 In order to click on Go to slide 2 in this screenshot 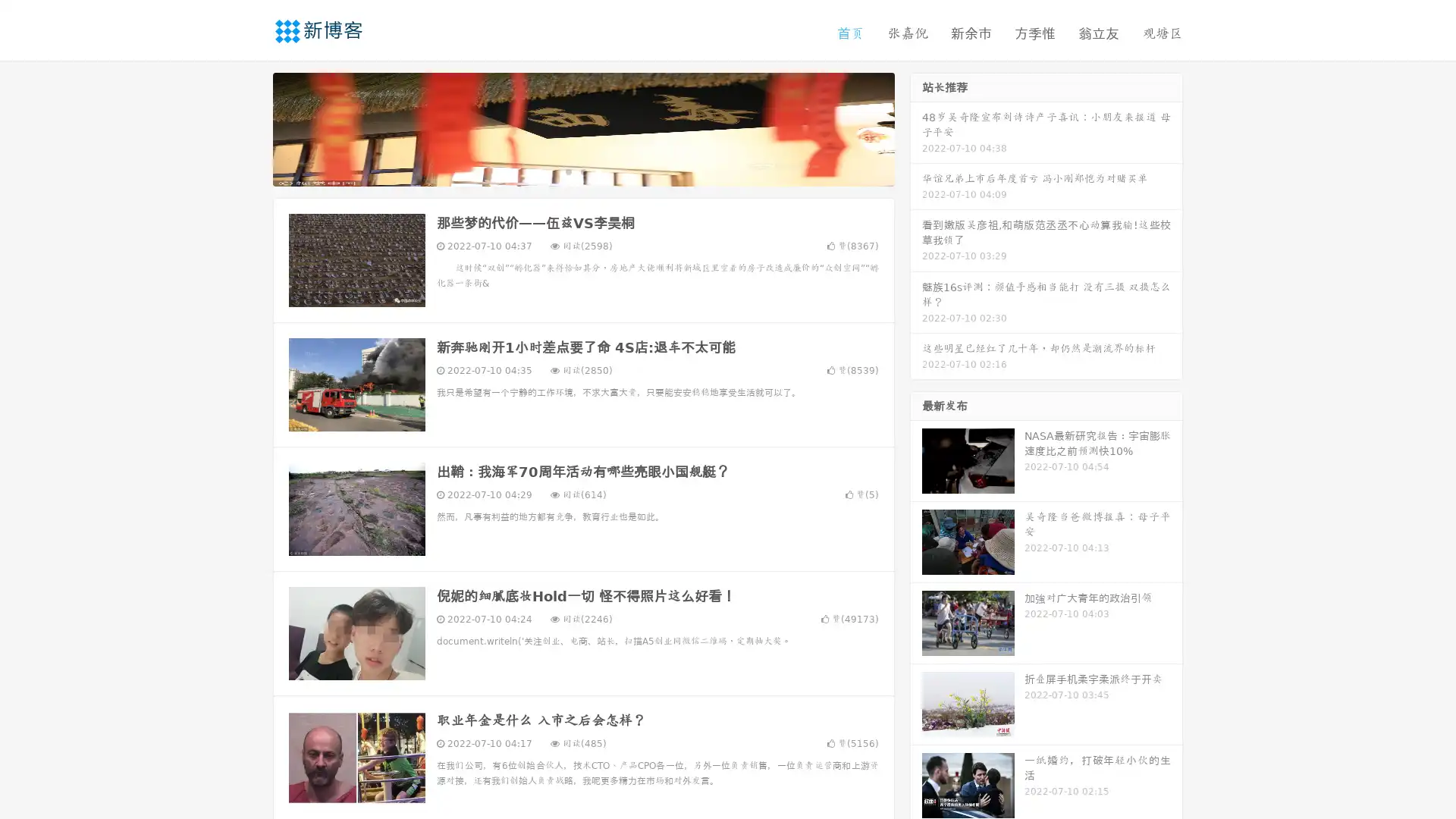, I will do `click(582, 171)`.